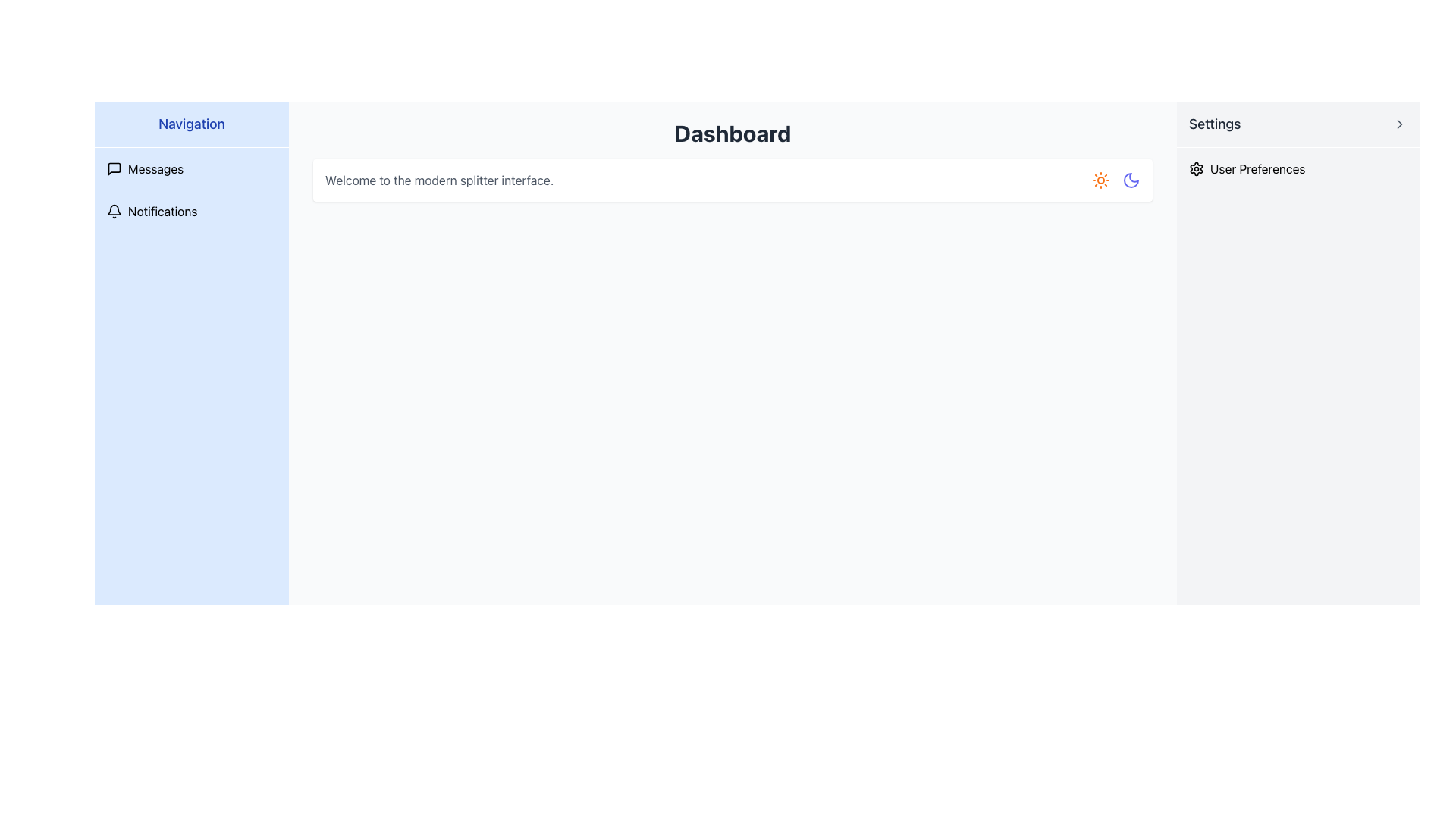 This screenshot has width=1456, height=819. What do you see at coordinates (1399, 124) in the screenshot?
I see `the right-facing chevron icon button located on the far right side of the 'Settings' header` at bounding box center [1399, 124].